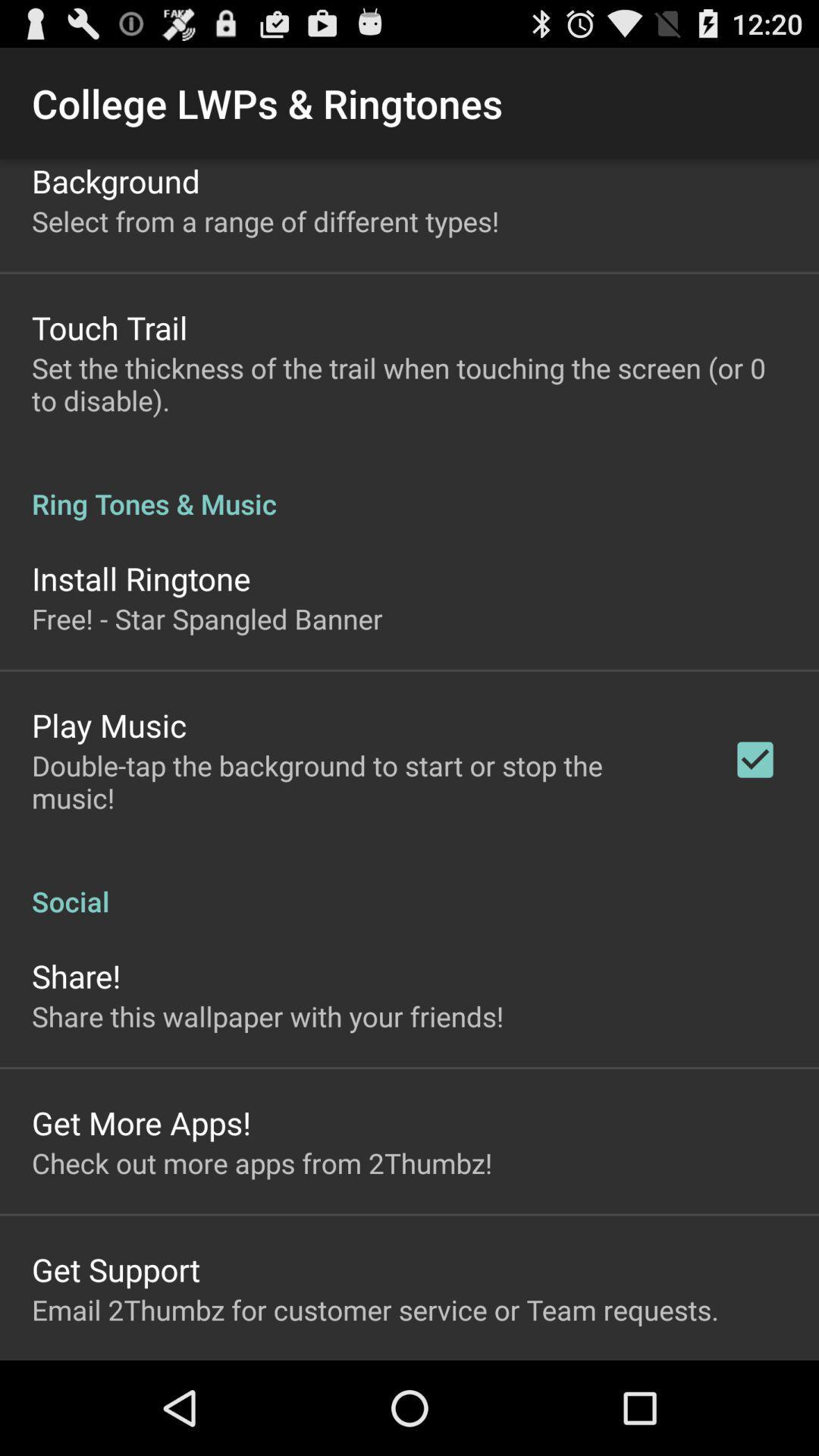 This screenshot has width=819, height=1456. Describe the element at coordinates (409, 885) in the screenshot. I see `item above the share!` at that location.